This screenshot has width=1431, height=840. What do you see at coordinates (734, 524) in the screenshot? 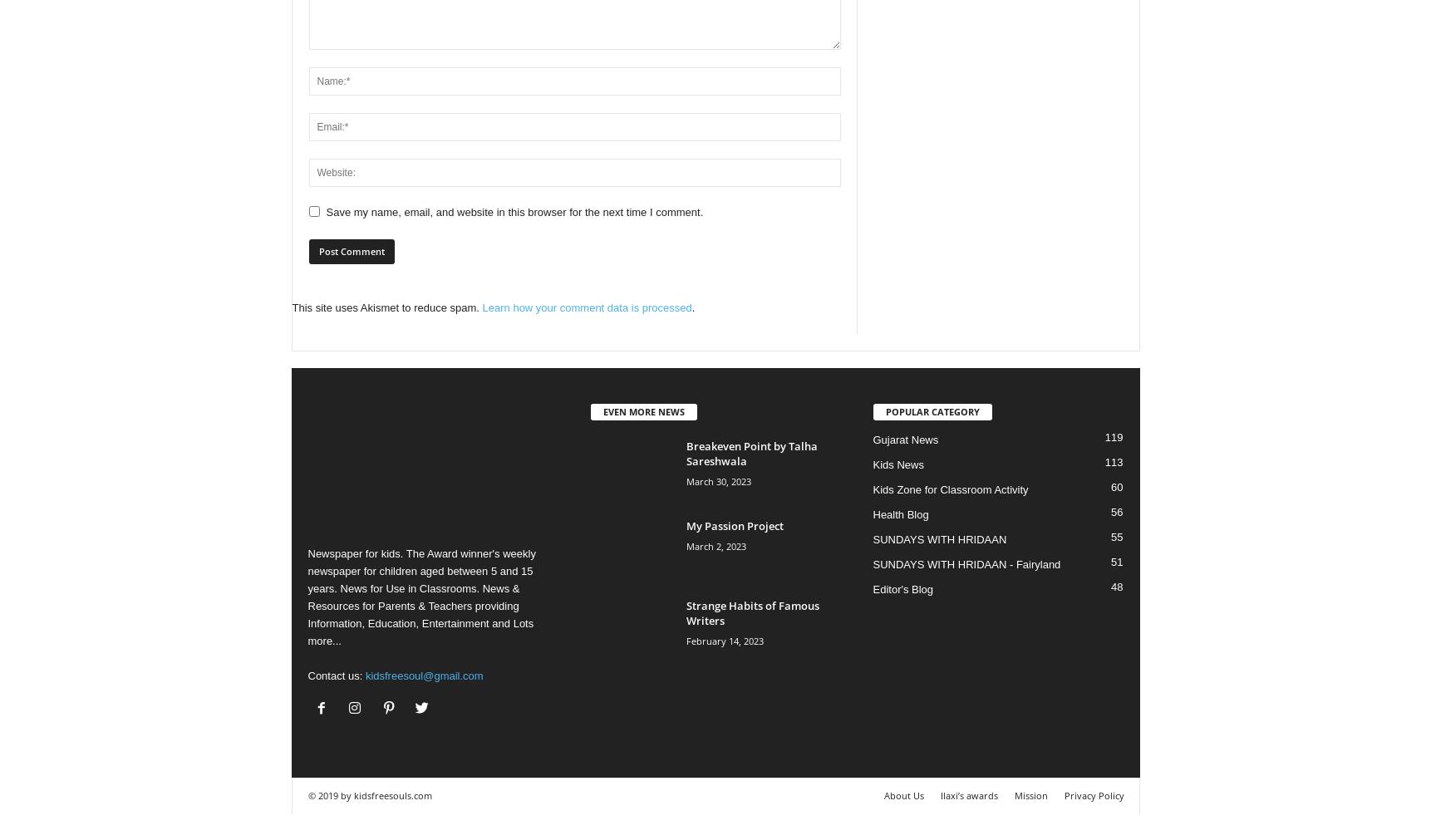
I see `'My Passion Project'` at bounding box center [734, 524].